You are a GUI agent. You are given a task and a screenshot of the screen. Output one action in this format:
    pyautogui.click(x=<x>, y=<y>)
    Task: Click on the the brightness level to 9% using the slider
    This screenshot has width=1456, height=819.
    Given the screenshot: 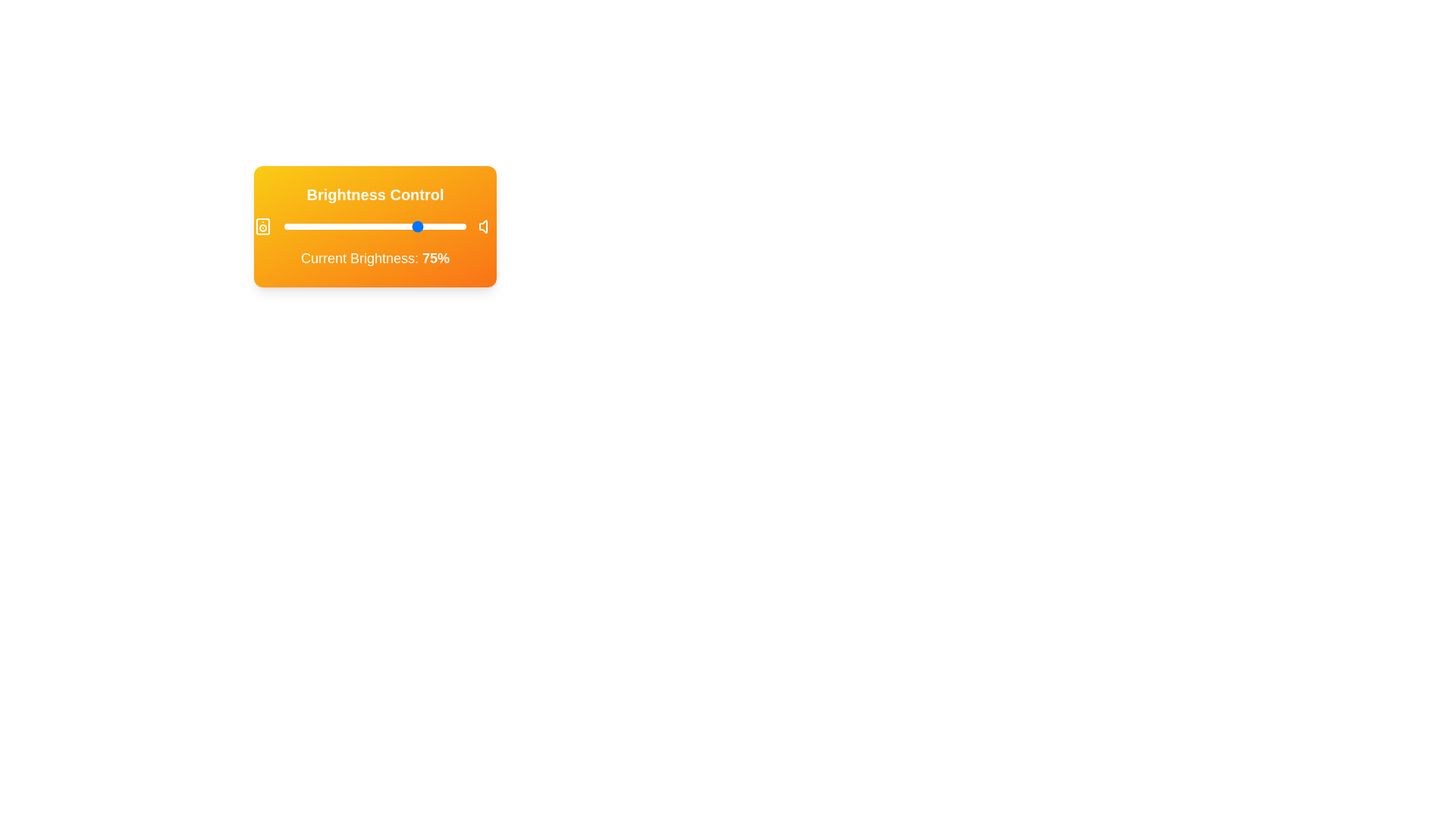 What is the action you would take?
    pyautogui.click(x=300, y=227)
    